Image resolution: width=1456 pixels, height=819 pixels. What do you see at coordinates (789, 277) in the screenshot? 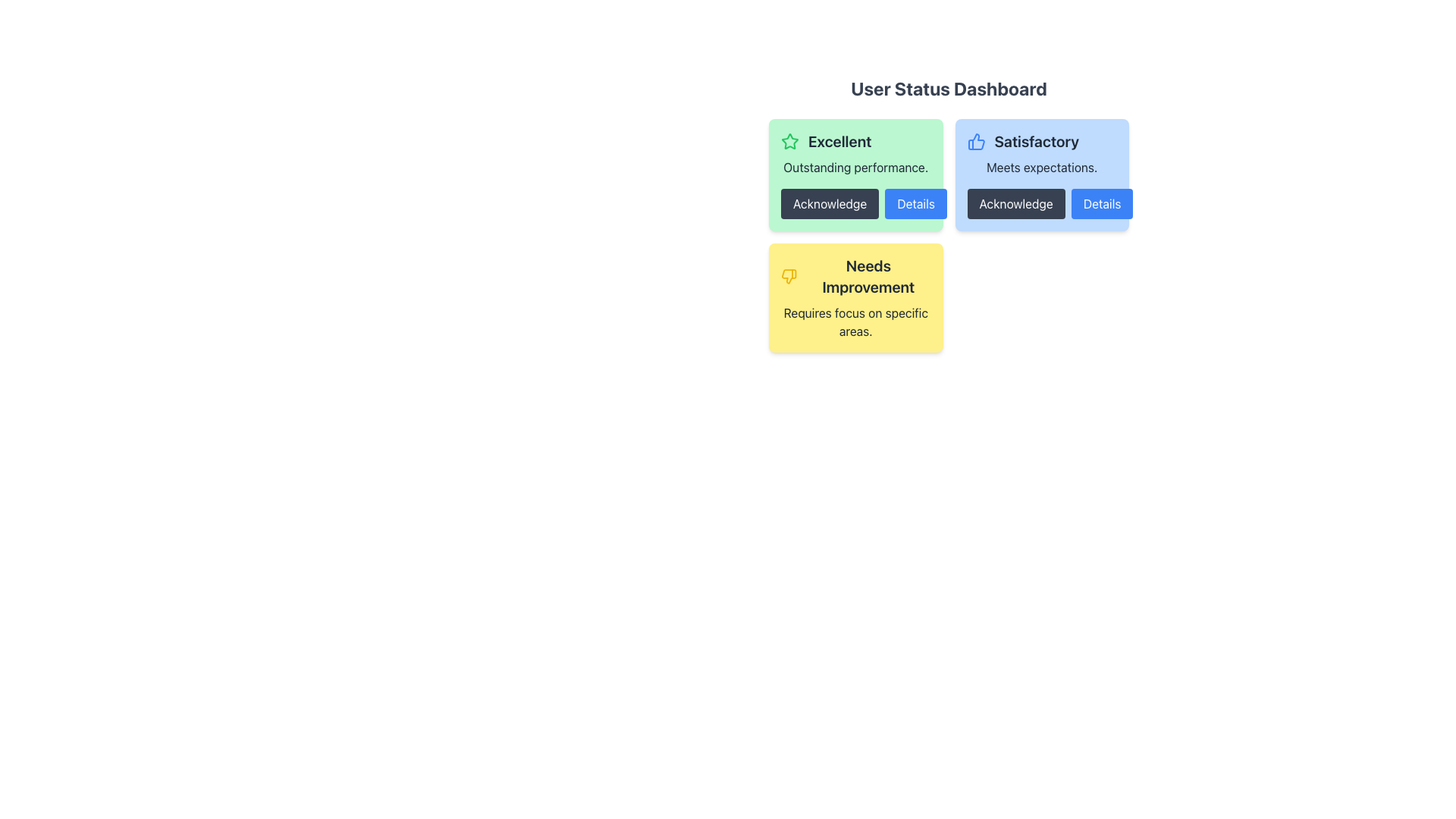
I see `the yellow abstract icon located in the second position of the 'Needs Improvement' card on the User Status Dashboard` at bounding box center [789, 277].